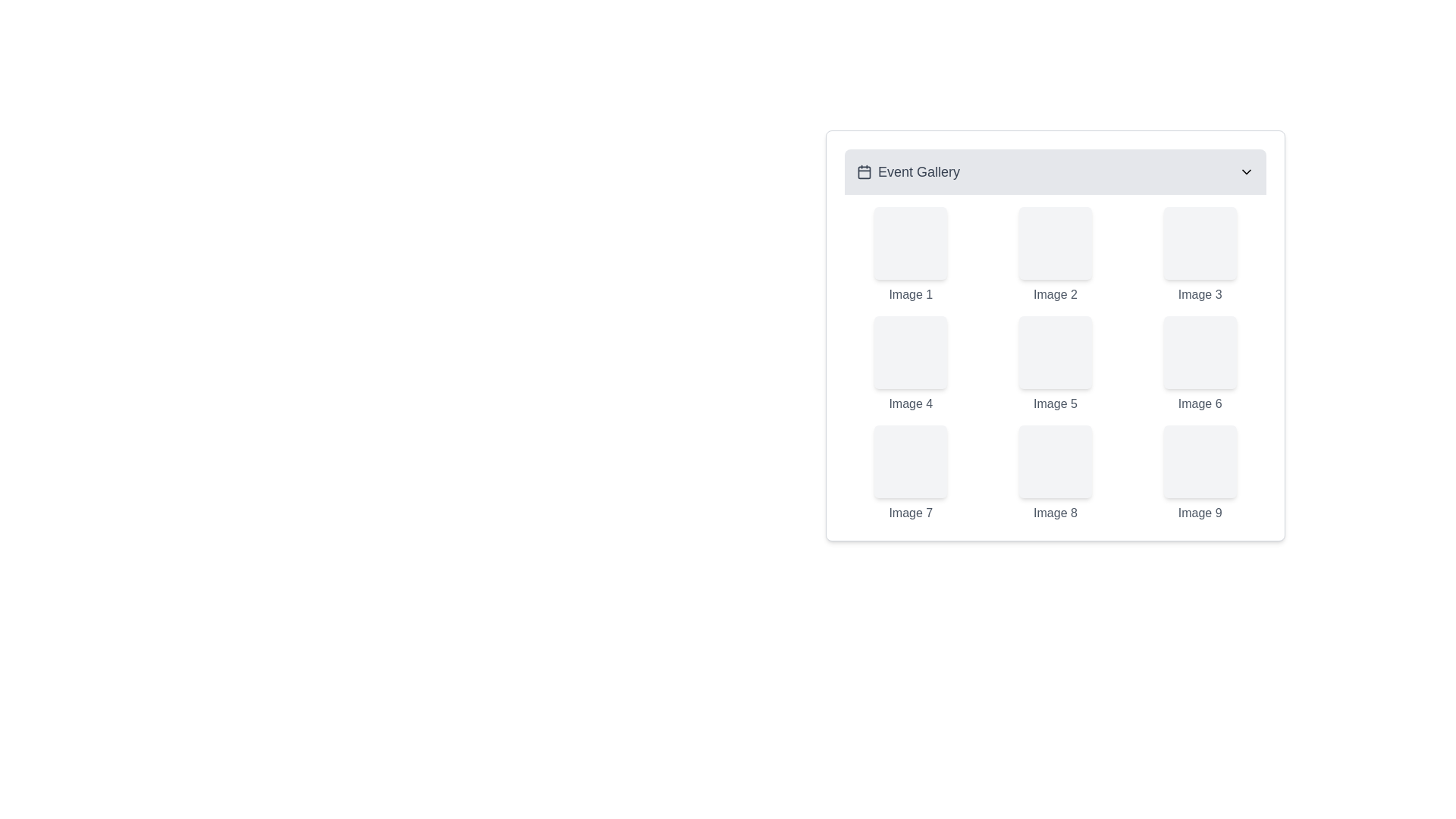 Image resolution: width=1456 pixels, height=819 pixels. I want to click on the Image Tile labeled 'Image 6', which is a square thumbnail with rounded corners and a light gray background, so click(1199, 365).